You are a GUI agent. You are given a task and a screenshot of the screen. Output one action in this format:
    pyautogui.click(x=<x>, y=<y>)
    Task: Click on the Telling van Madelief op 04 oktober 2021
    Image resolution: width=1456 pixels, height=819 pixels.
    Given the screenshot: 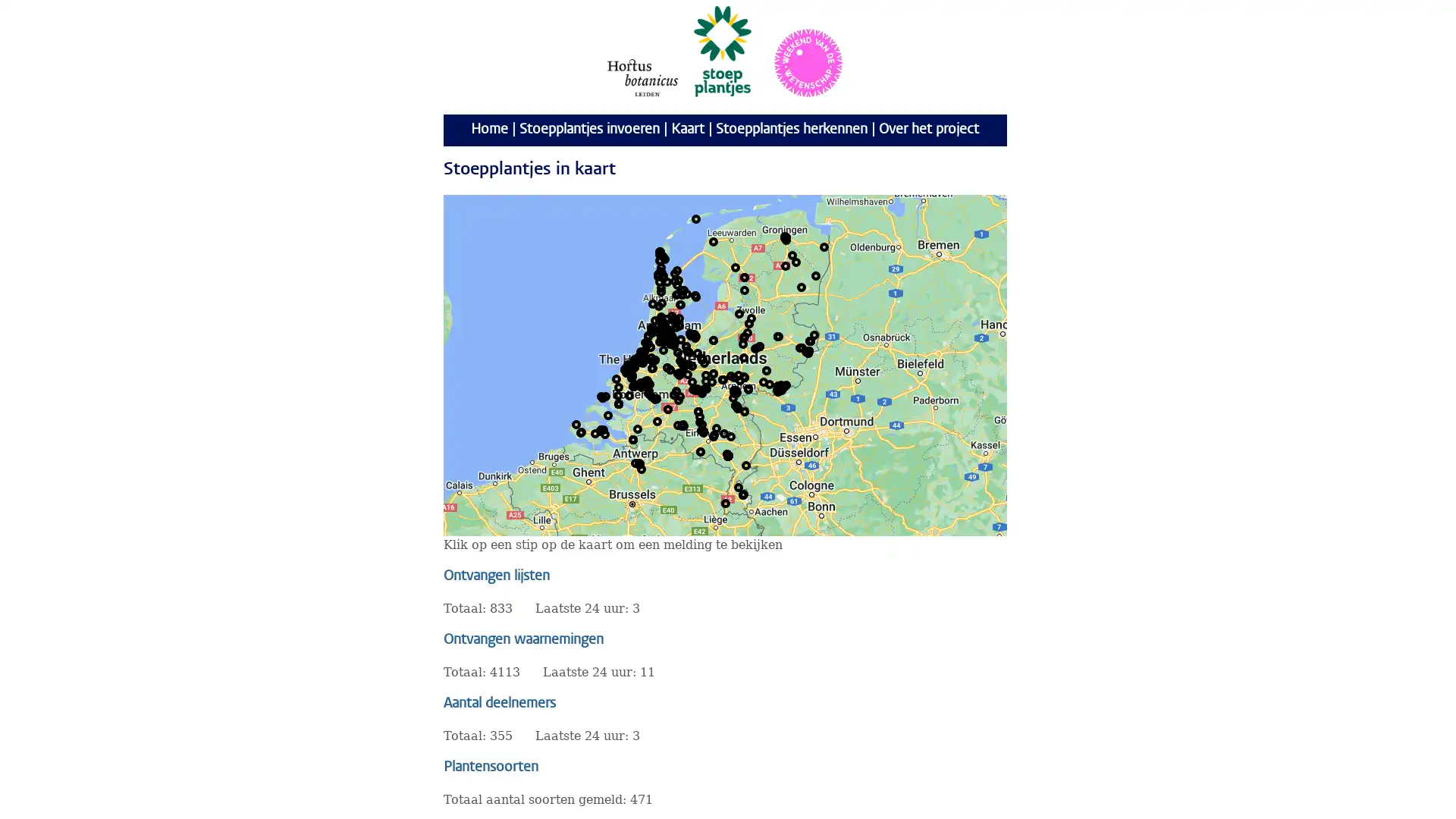 What is the action you would take?
    pyautogui.click(x=636, y=359)
    